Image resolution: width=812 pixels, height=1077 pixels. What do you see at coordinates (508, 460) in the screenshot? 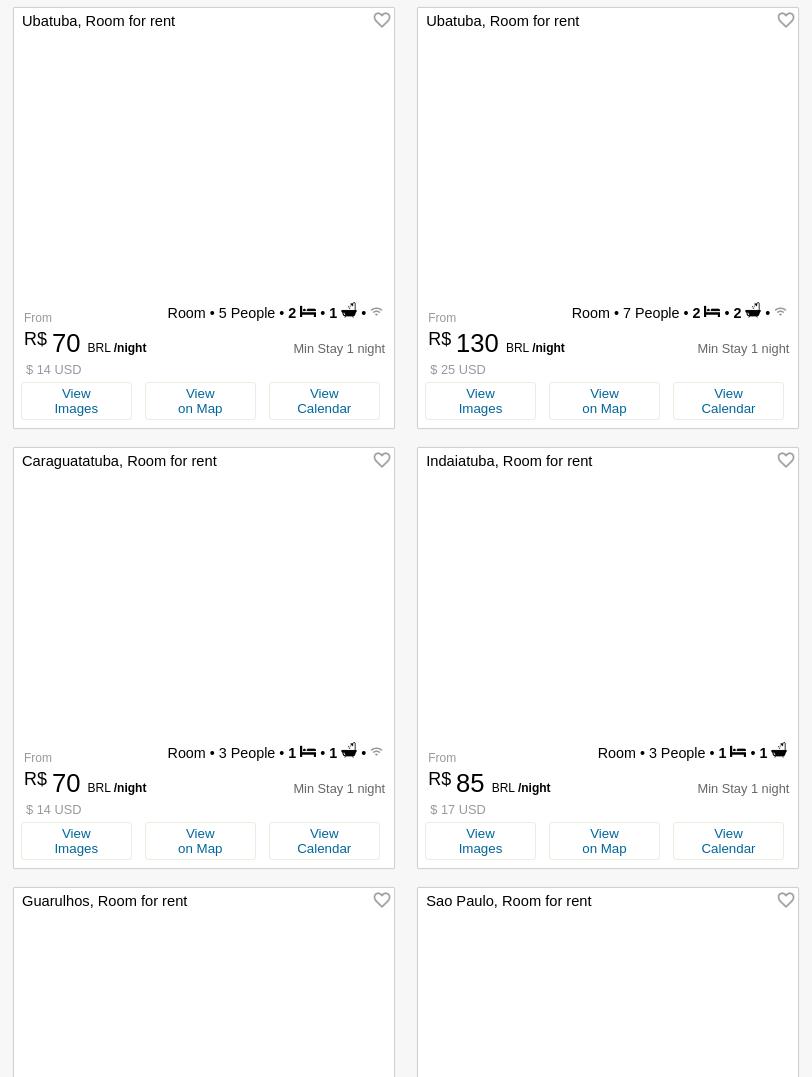
I see `'Indaiatuba, Room for rent'` at bounding box center [508, 460].